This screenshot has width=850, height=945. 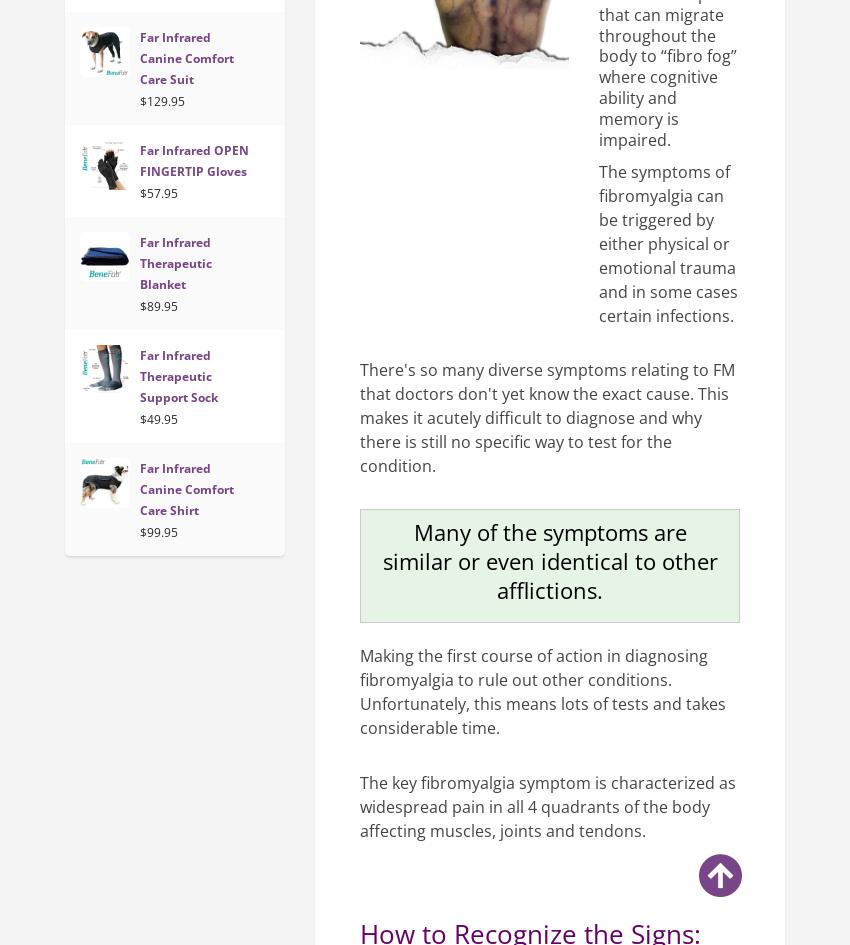 What do you see at coordinates (139, 530) in the screenshot?
I see `'$99.95'` at bounding box center [139, 530].